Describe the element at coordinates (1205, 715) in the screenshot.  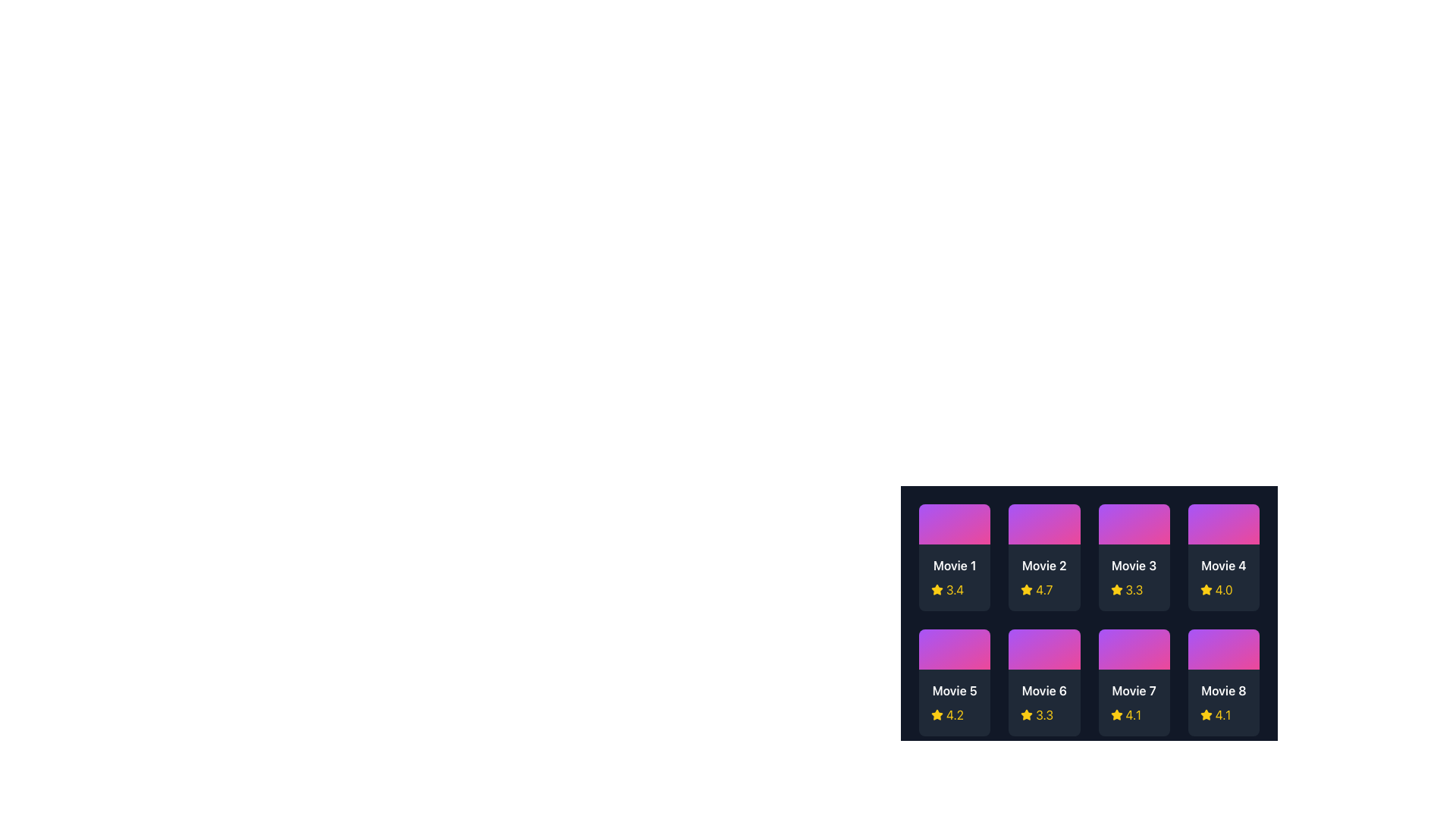
I see `the star icon representing the rating of 'Movie 8' located to the left of the text '4.1' and beneath the label 'Movie 8'` at that location.